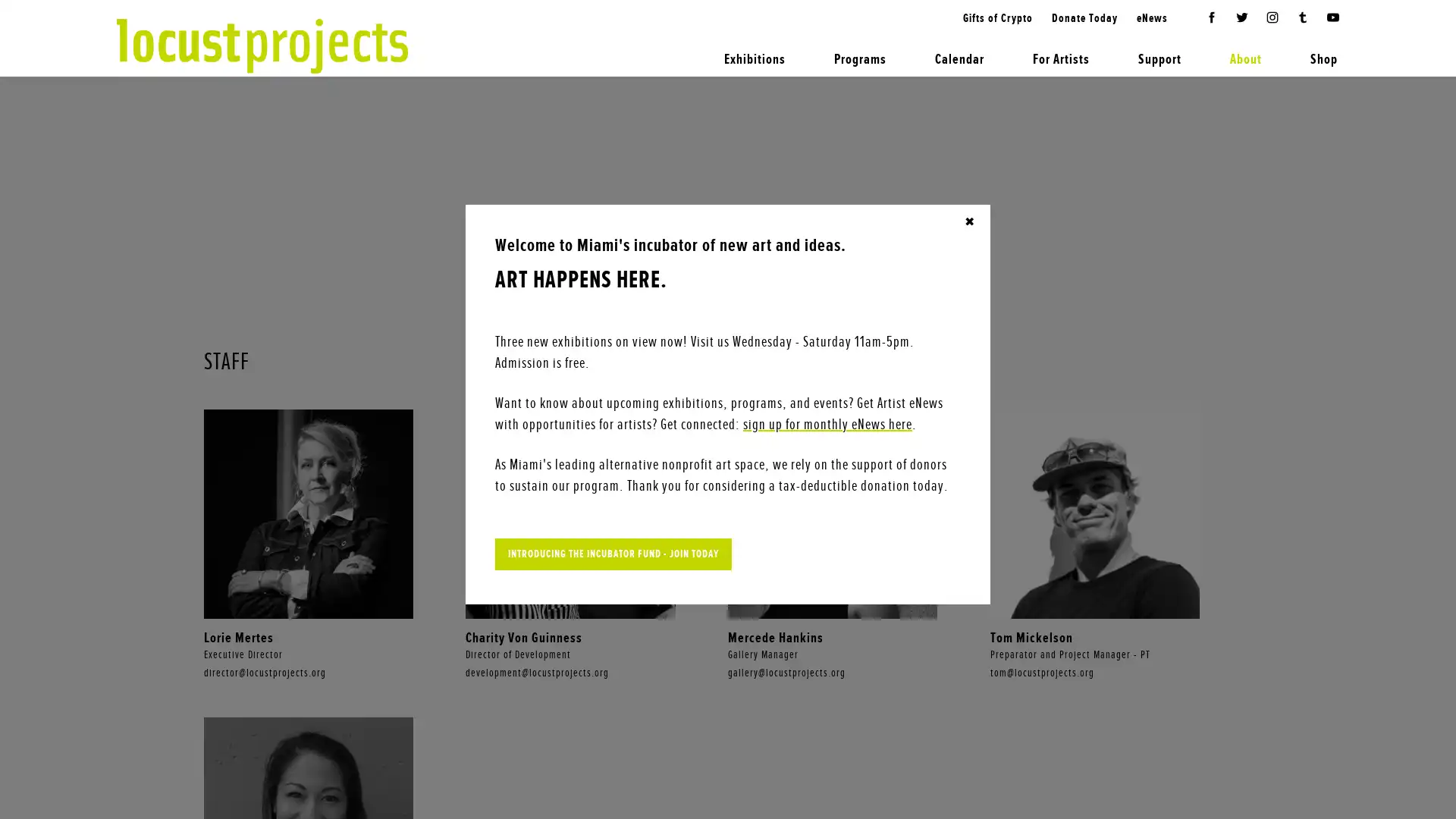  What do you see at coordinates (612, 554) in the screenshot?
I see `INTRODUCING THE INCUBATOR FUND - JOIN TODAY` at bounding box center [612, 554].